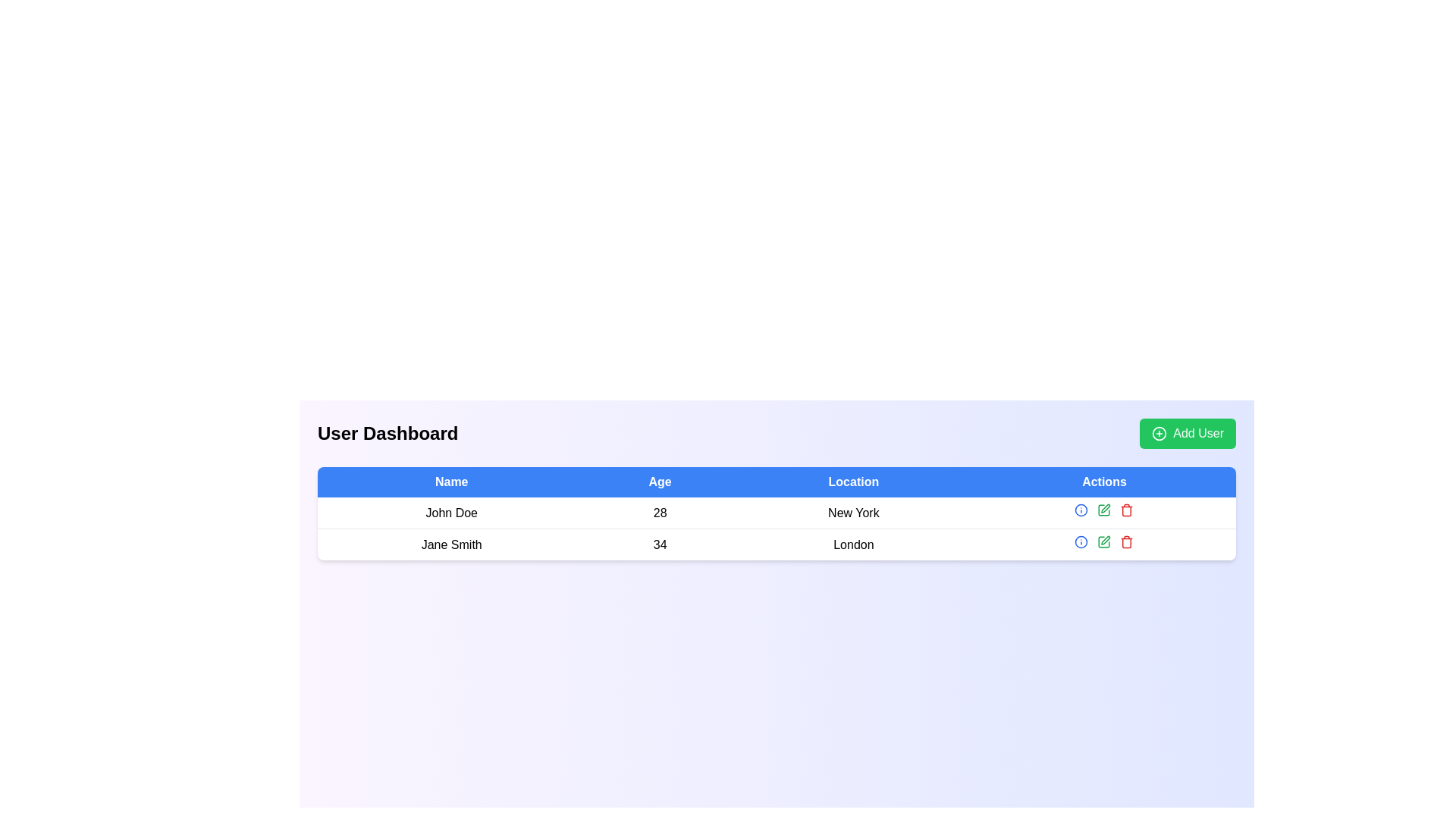  I want to click on the trash can SVG icon located in the Actions column of the row for user 'Jane Smith', so click(1127, 542).